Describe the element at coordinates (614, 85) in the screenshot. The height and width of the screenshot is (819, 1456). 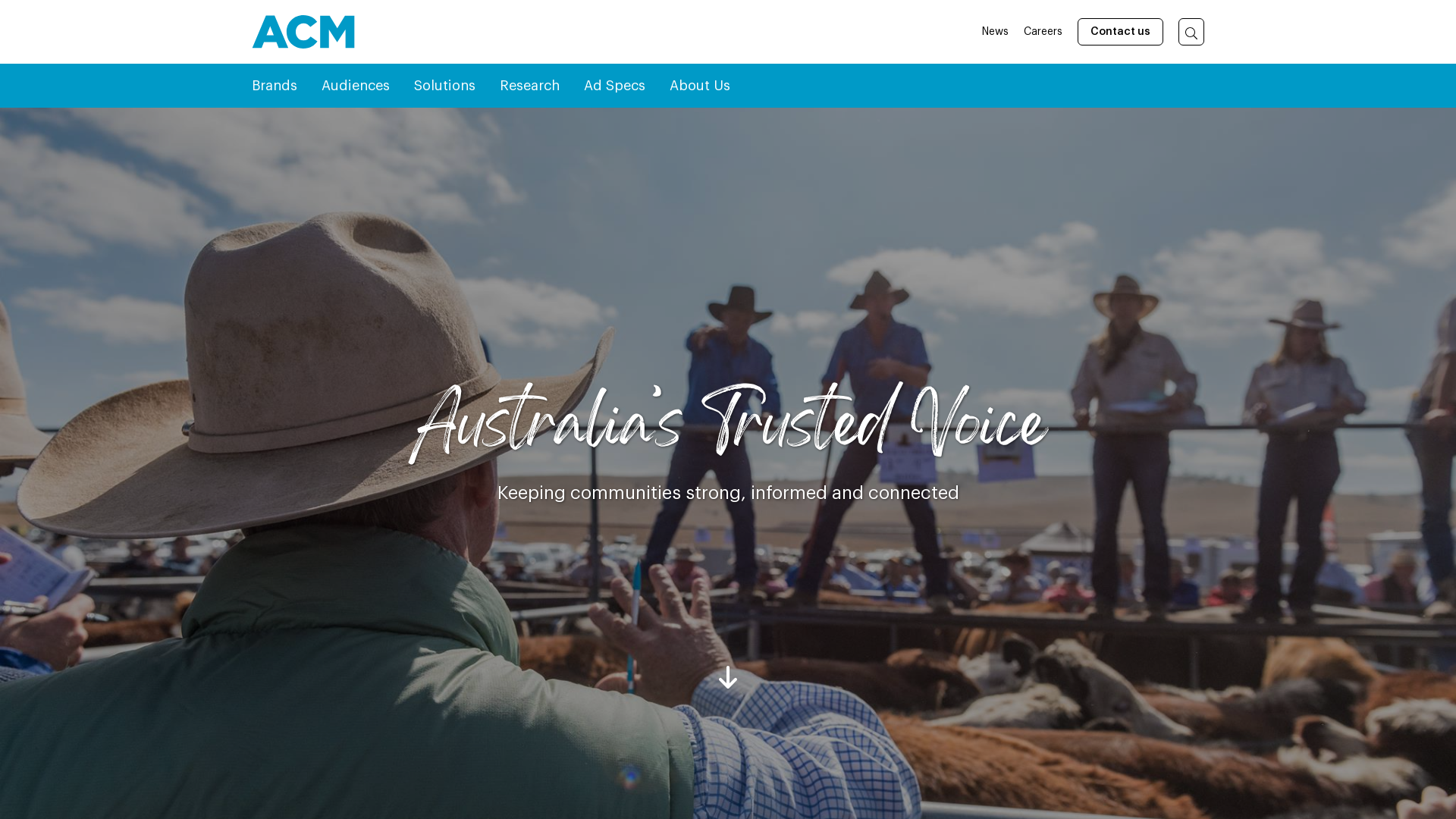
I see `'Ad Specs'` at that location.